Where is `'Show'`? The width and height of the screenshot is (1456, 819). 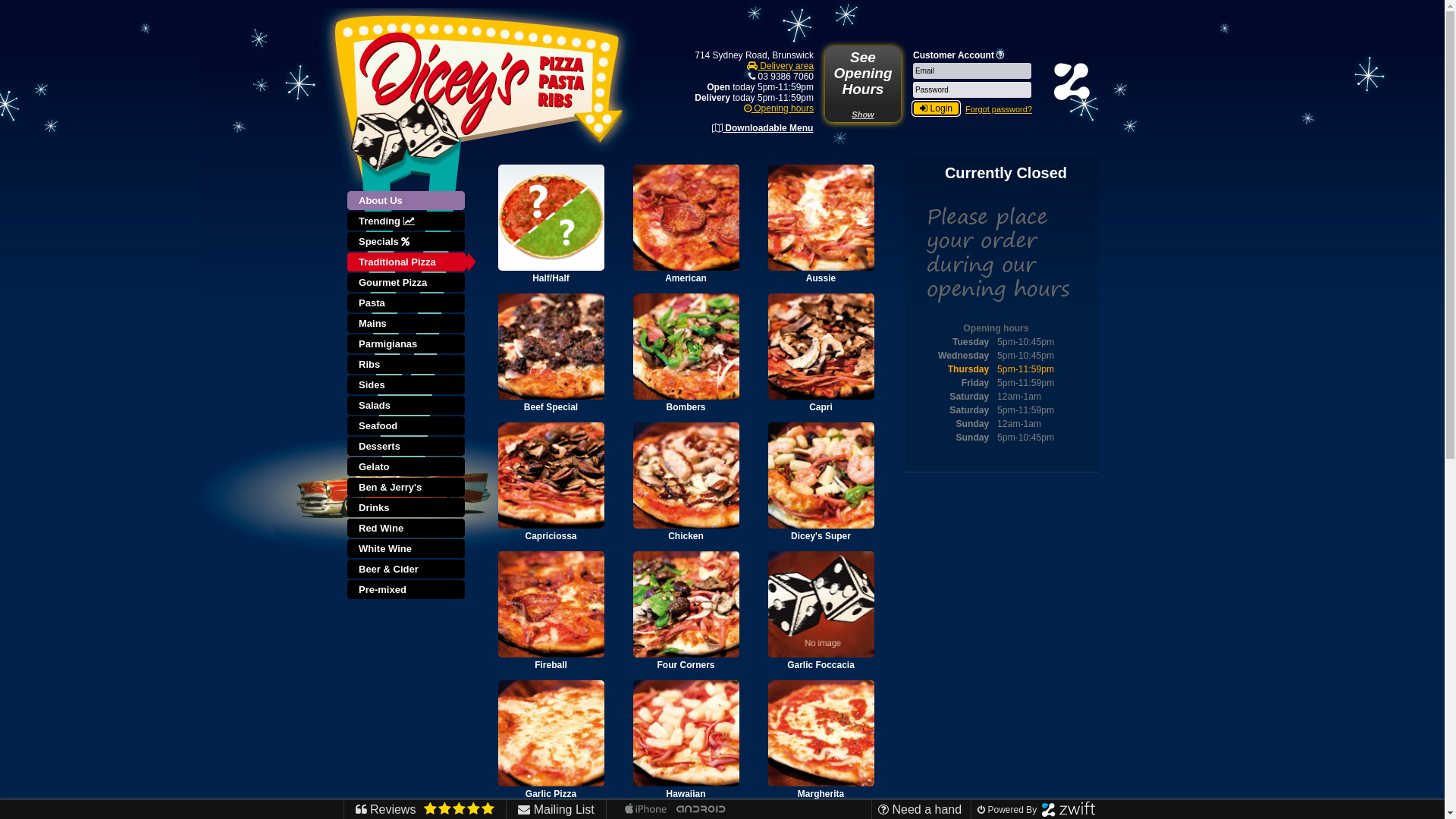
'Show' is located at coordinates (862, 113).